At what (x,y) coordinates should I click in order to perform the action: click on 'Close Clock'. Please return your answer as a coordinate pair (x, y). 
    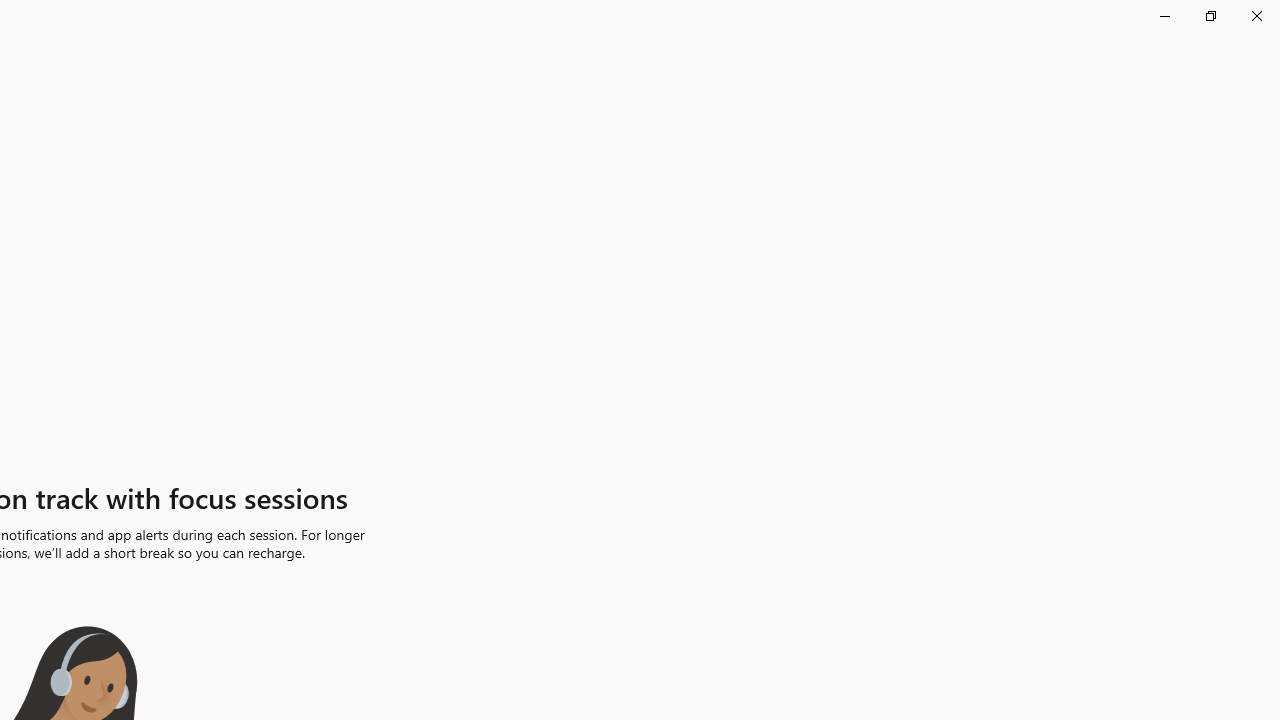
    Looking at the image, I should click on (1255, 15).